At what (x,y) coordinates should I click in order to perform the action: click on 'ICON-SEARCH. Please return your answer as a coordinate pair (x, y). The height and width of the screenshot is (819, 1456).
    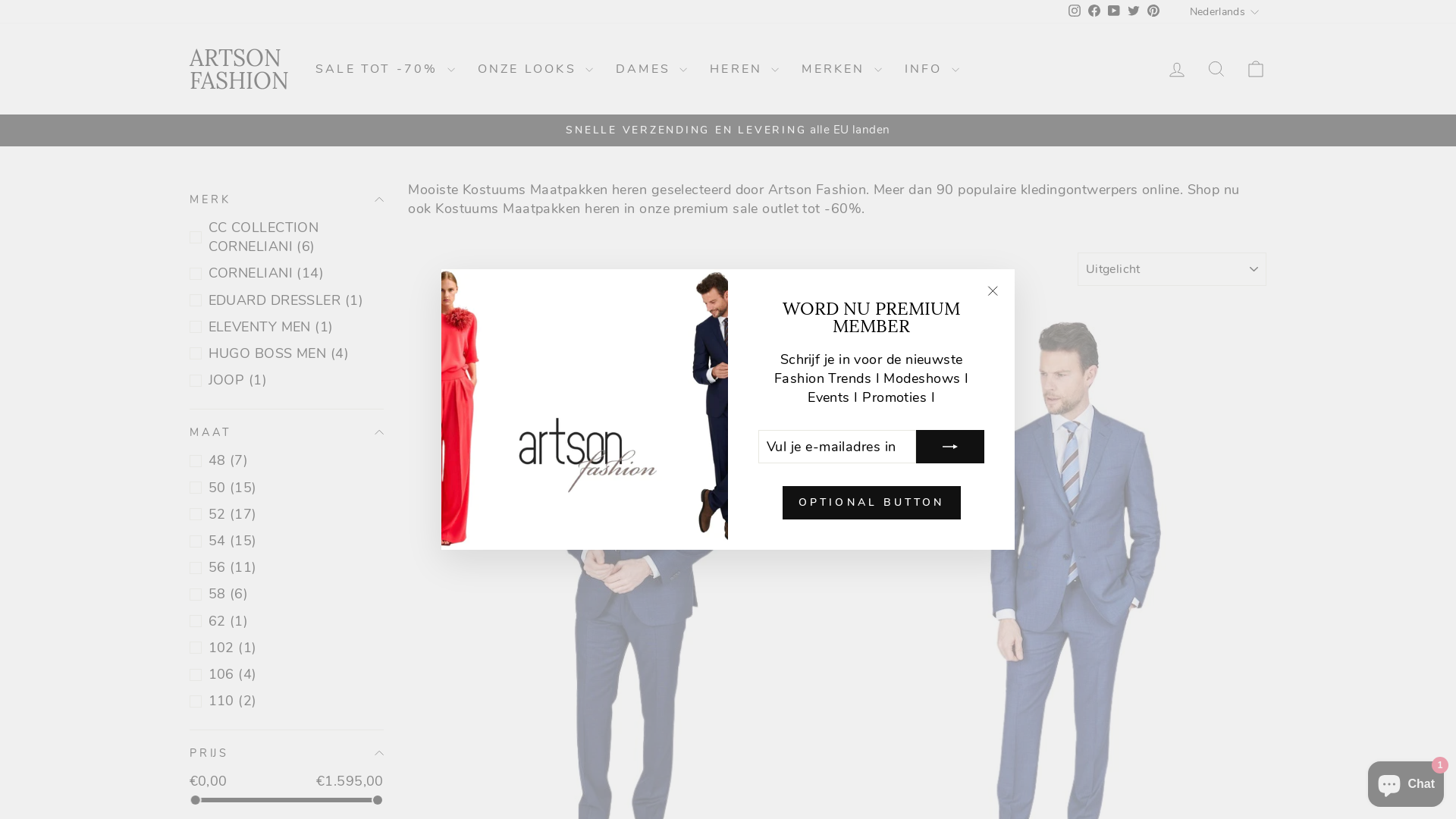
    Looking at the image, I should click on (1216, 69).